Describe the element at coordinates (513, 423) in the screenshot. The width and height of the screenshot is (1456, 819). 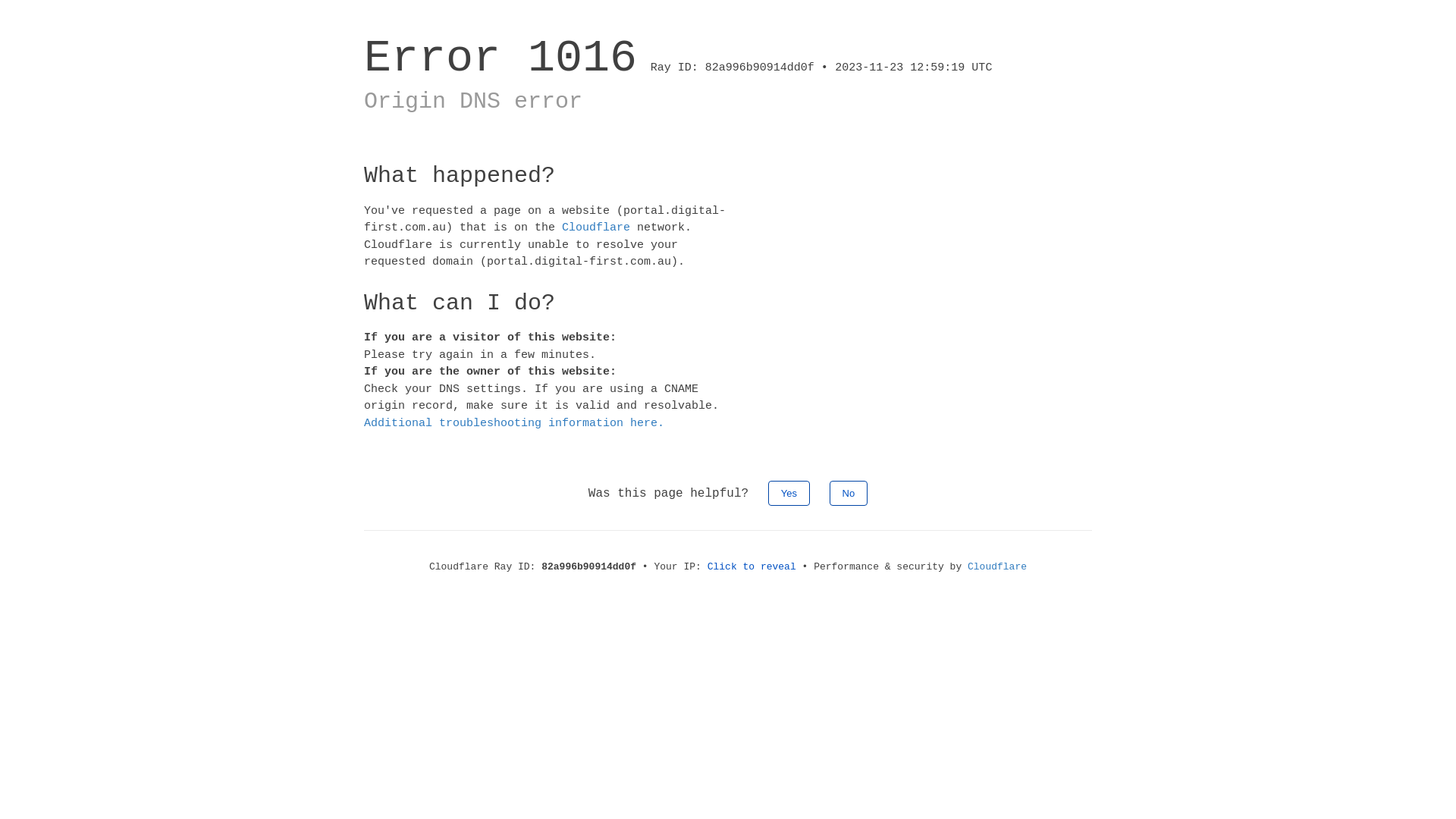
I see `'Additional troubleshooting information here.'` at that location.